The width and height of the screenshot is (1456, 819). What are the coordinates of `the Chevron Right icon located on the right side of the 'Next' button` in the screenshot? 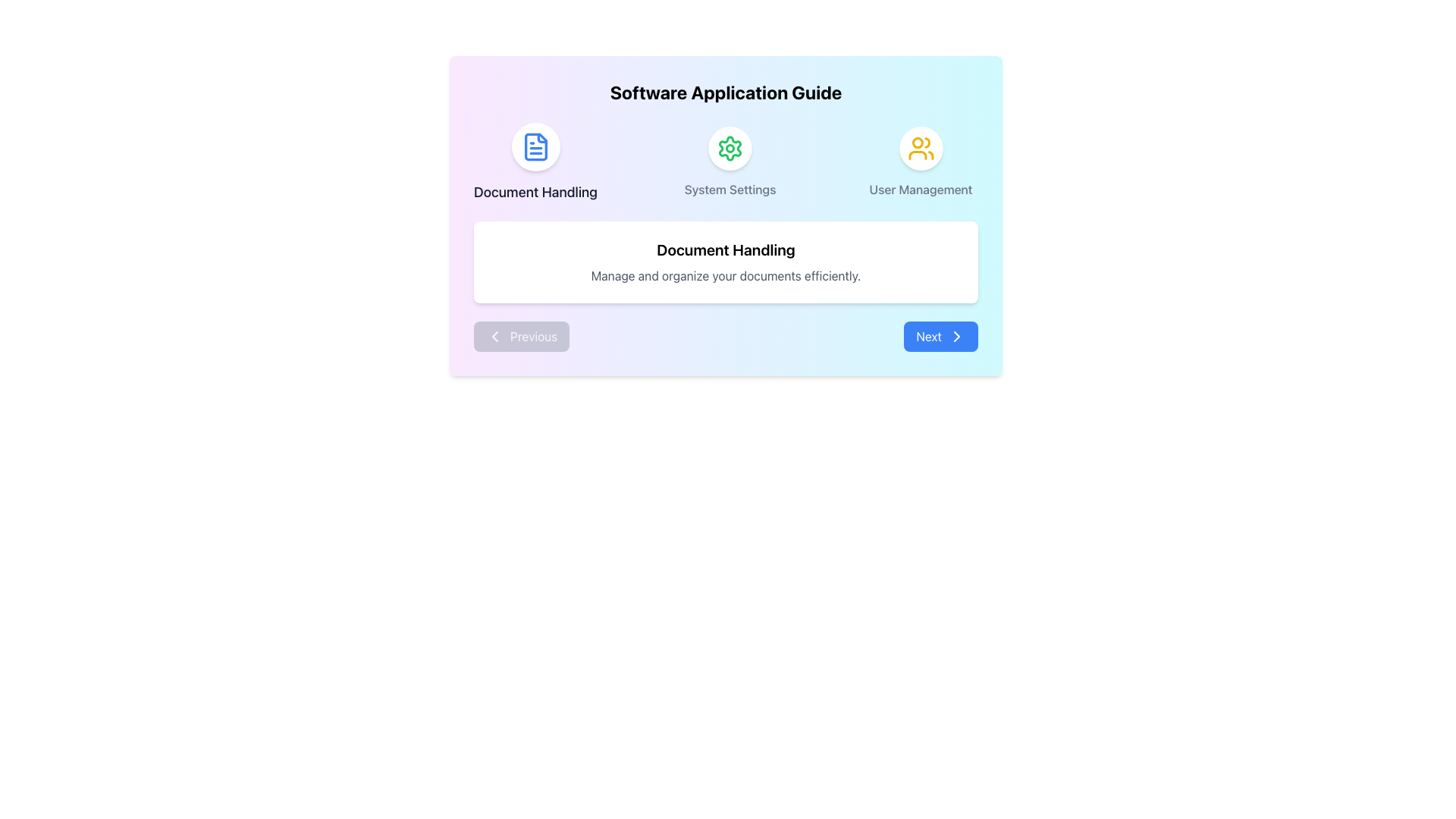 It's located at (956, 335).